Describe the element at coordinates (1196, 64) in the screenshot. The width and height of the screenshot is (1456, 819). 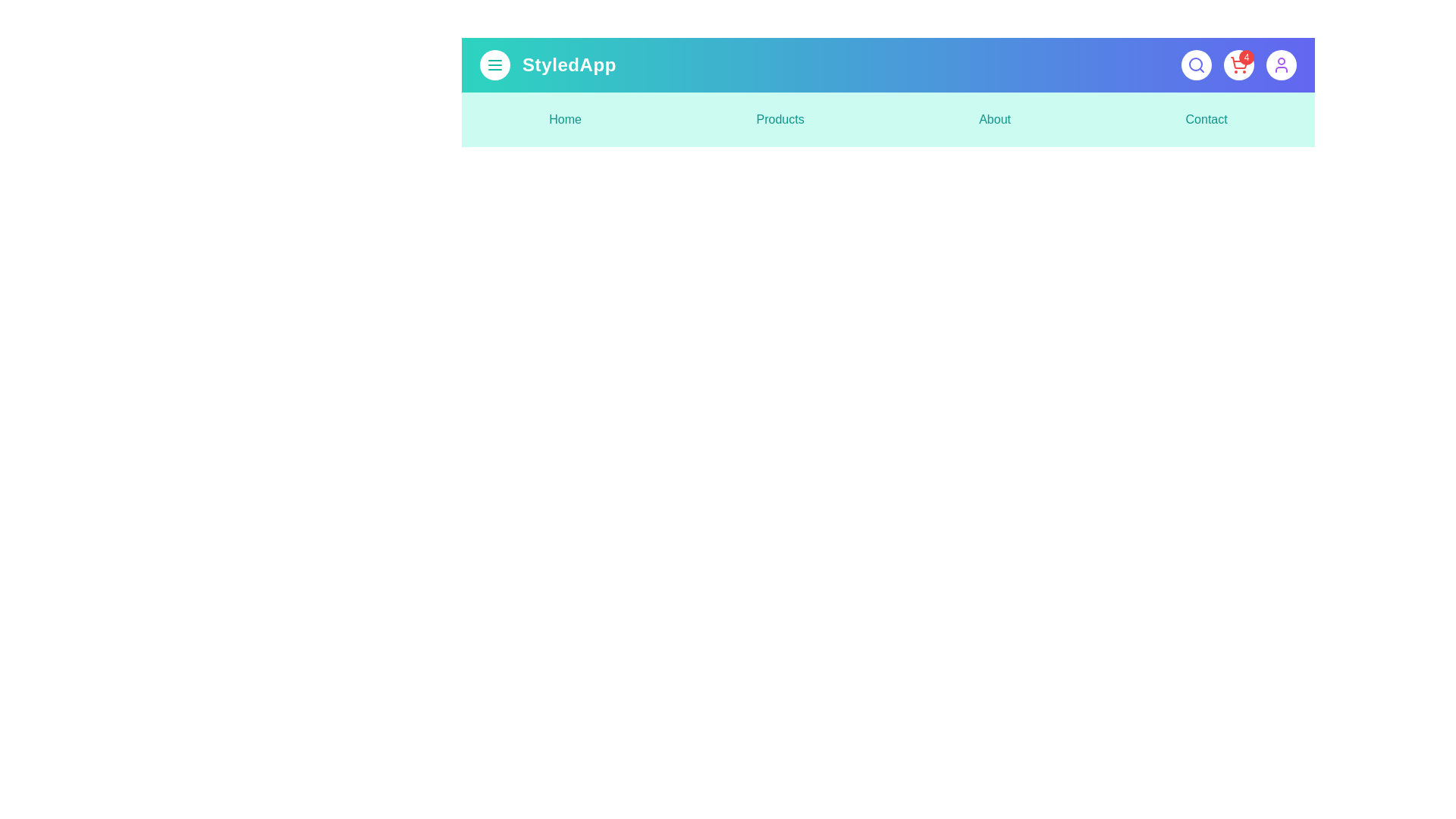
I see `the search button to initiate a search` at that location.